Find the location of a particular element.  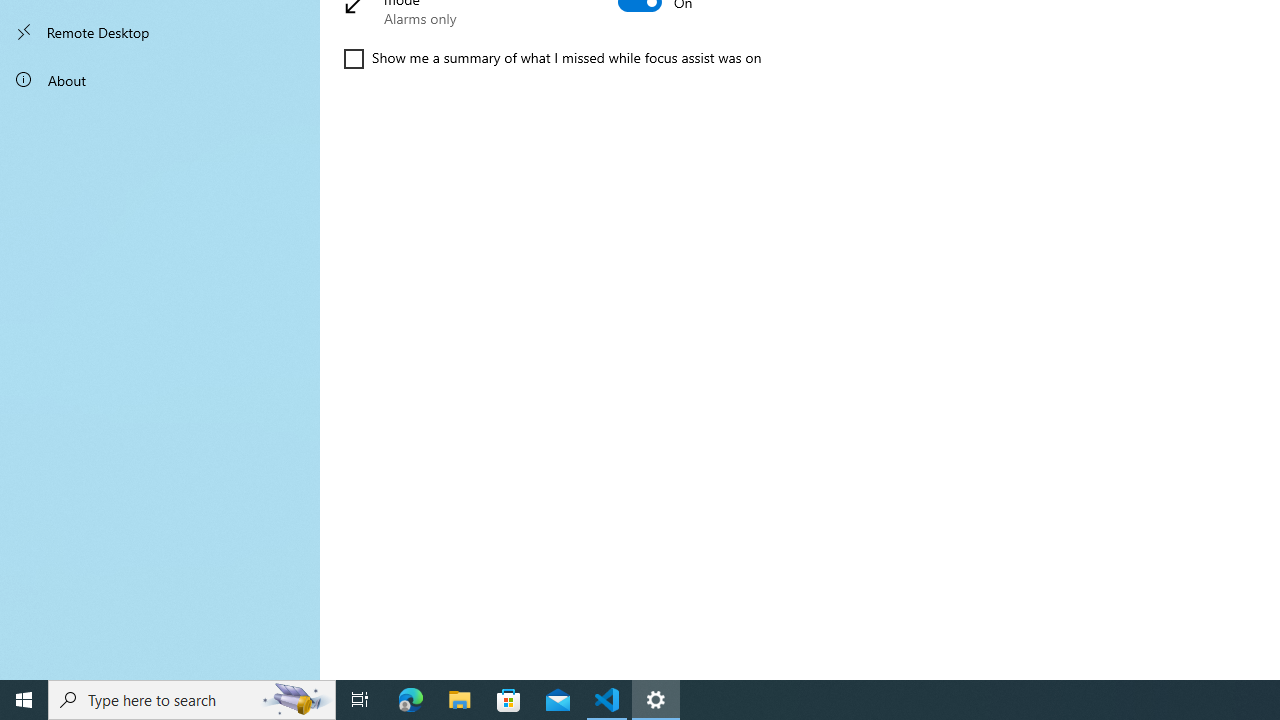

'File Explorer' is located at coordinates (459, 698).